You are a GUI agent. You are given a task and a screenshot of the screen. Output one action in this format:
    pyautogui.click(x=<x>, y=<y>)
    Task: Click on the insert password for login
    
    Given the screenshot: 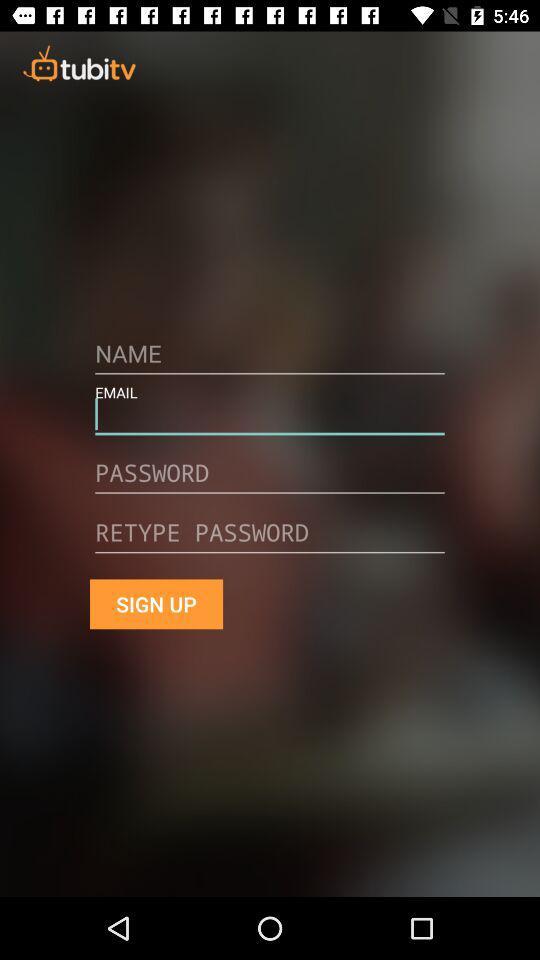 What is the action you would take?
    pyautogui.click(x=270, y=480)
    